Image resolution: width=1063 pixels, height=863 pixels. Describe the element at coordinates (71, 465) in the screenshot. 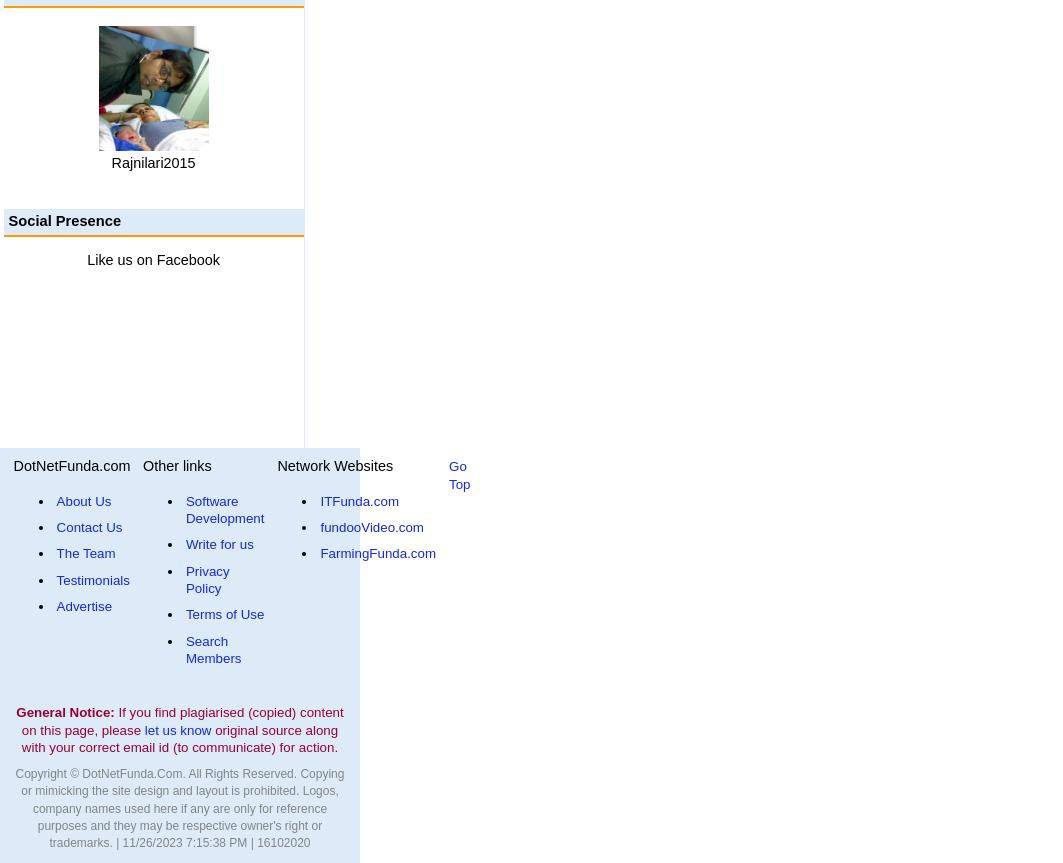

I see `'DotNetFunda.com'` at that location.